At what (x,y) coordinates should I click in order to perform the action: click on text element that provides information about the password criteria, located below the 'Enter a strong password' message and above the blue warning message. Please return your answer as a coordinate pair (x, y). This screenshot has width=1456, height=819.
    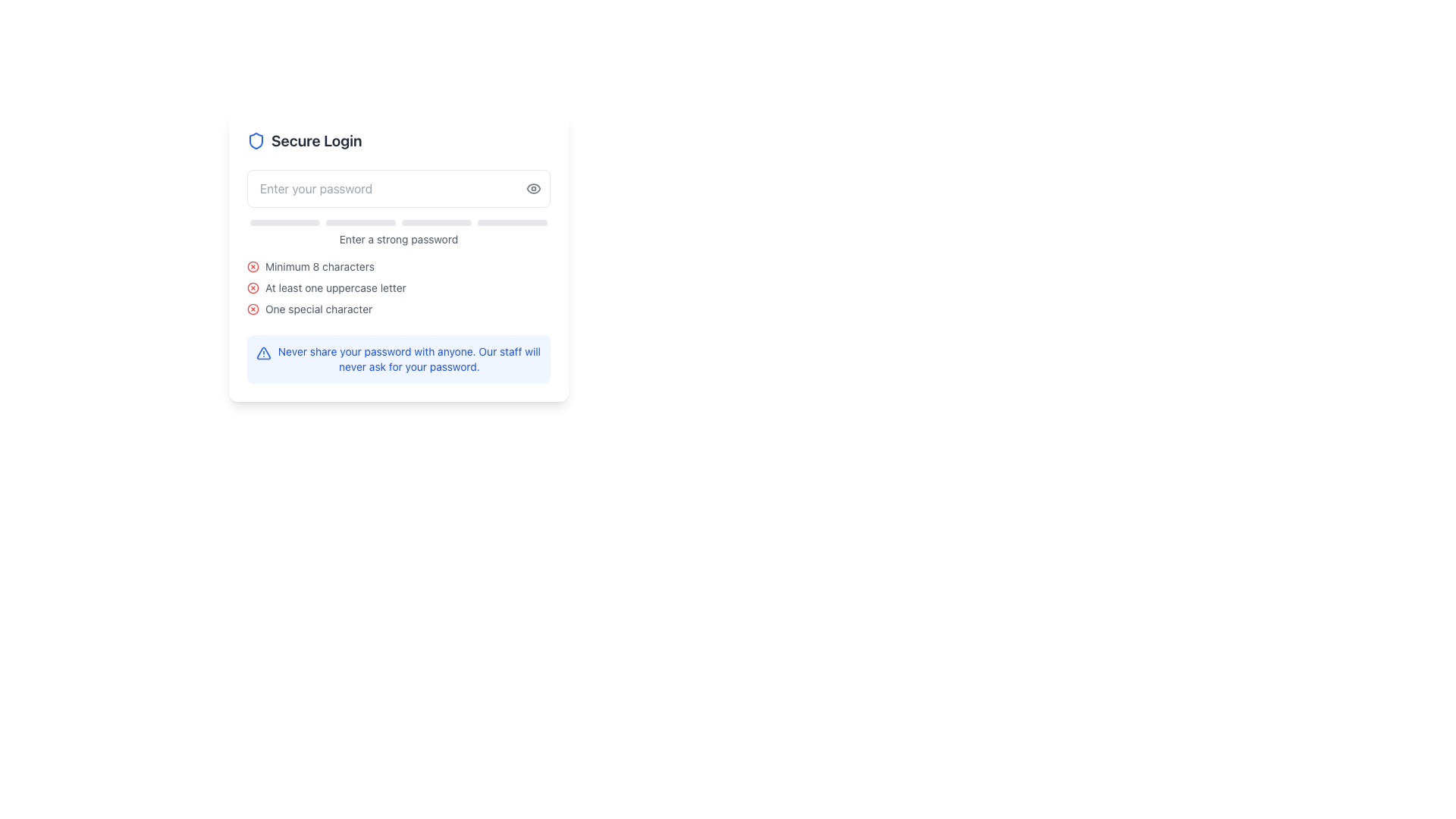
    Looking at the image, I should click on (399, 288).